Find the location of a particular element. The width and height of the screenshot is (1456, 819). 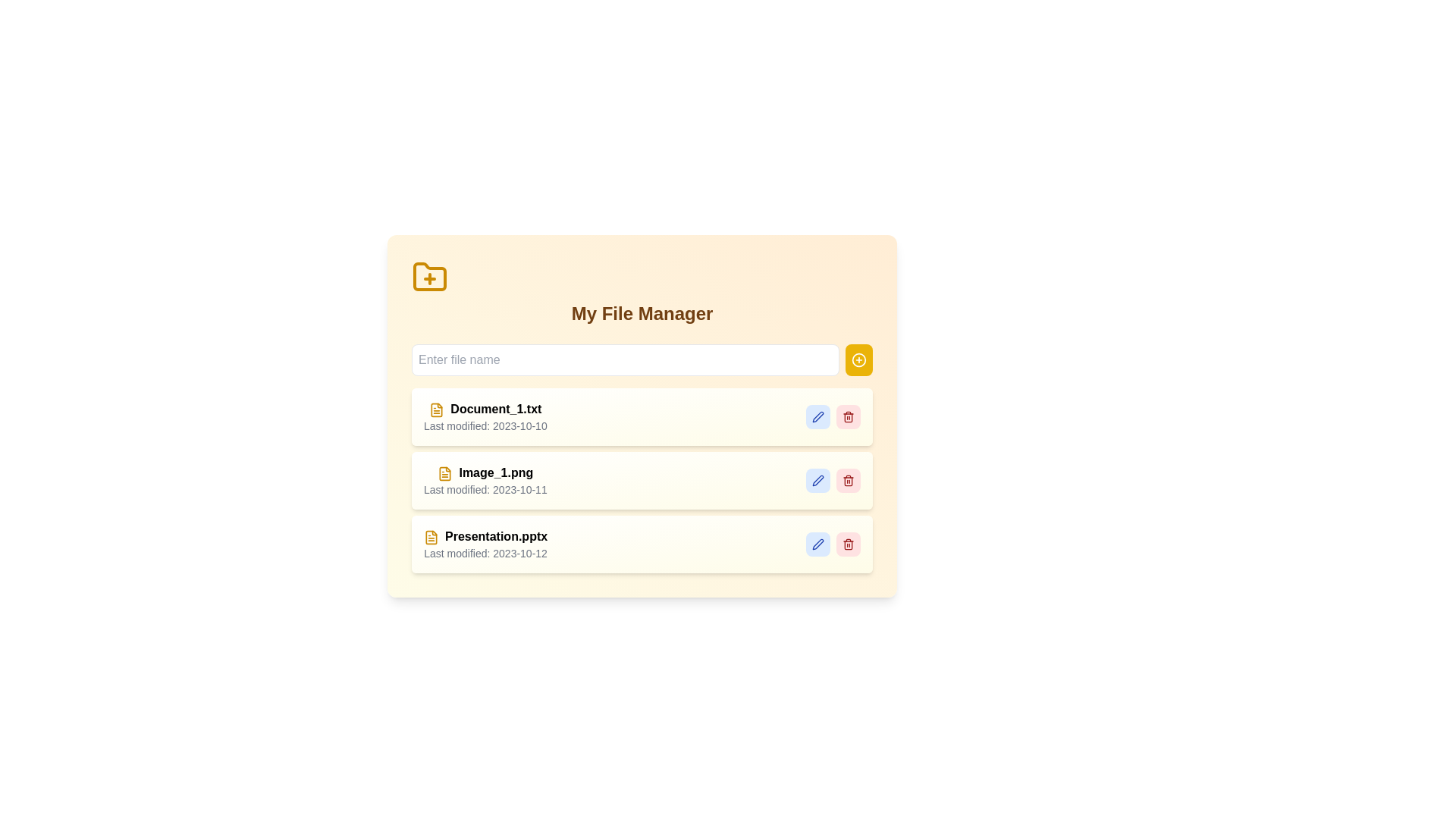

the pen icon representing the edit action, located is located at coordinates (817, 416).